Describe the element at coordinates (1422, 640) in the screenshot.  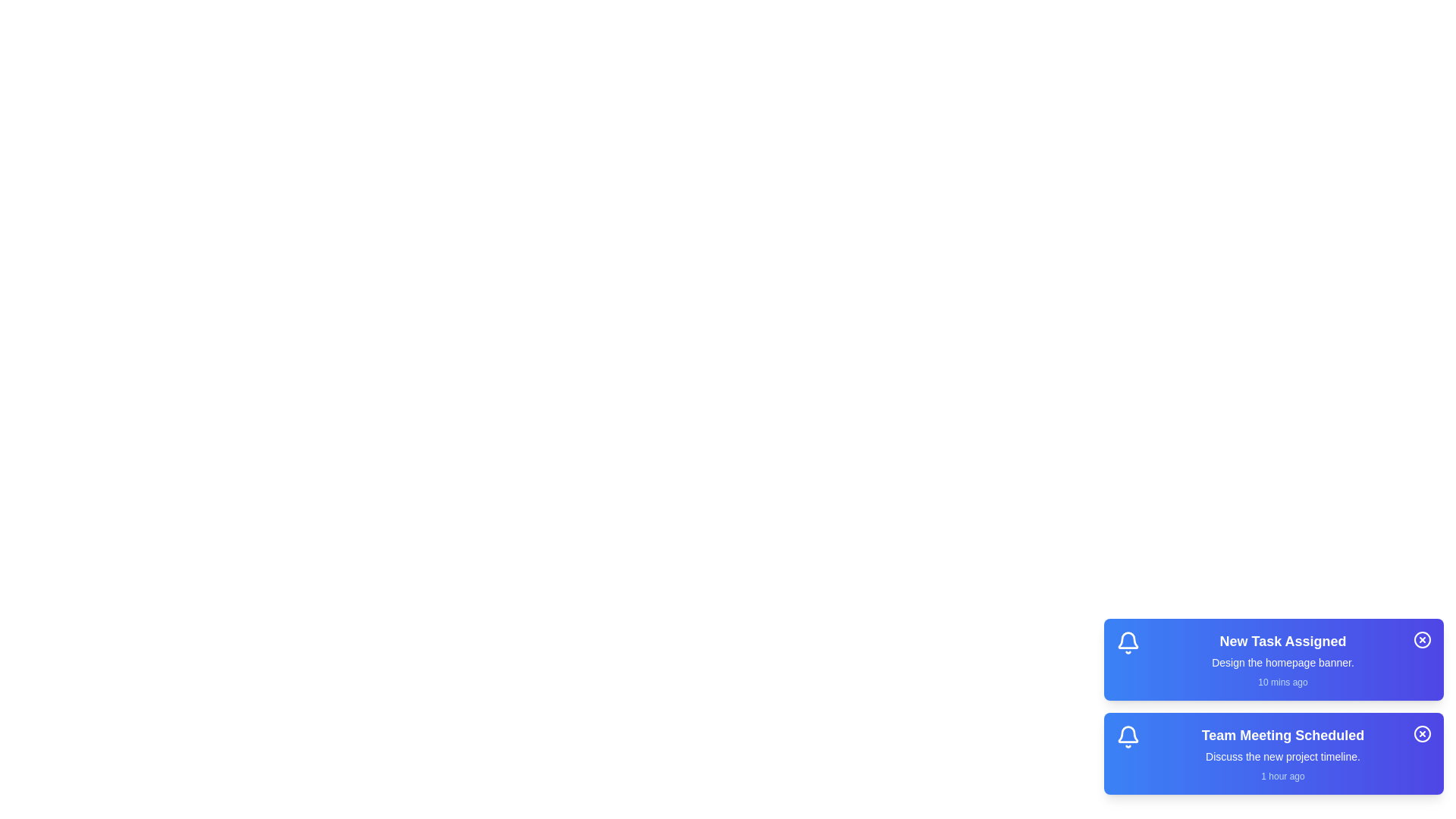
I see `the close button of the activity log item to dismiss it` at that location.